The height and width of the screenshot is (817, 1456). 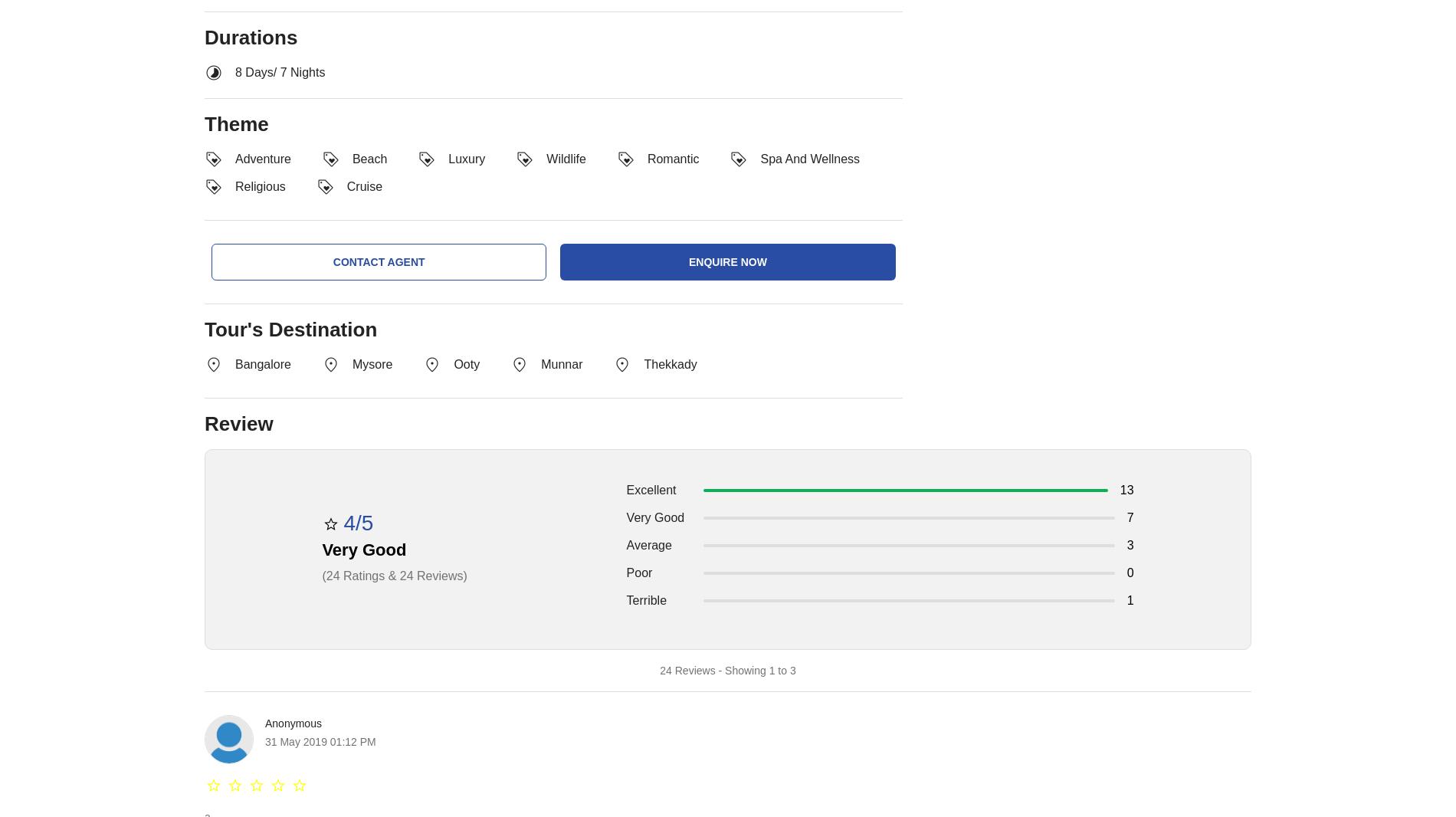 I want to click on '1', so click(x=1130, y=599).